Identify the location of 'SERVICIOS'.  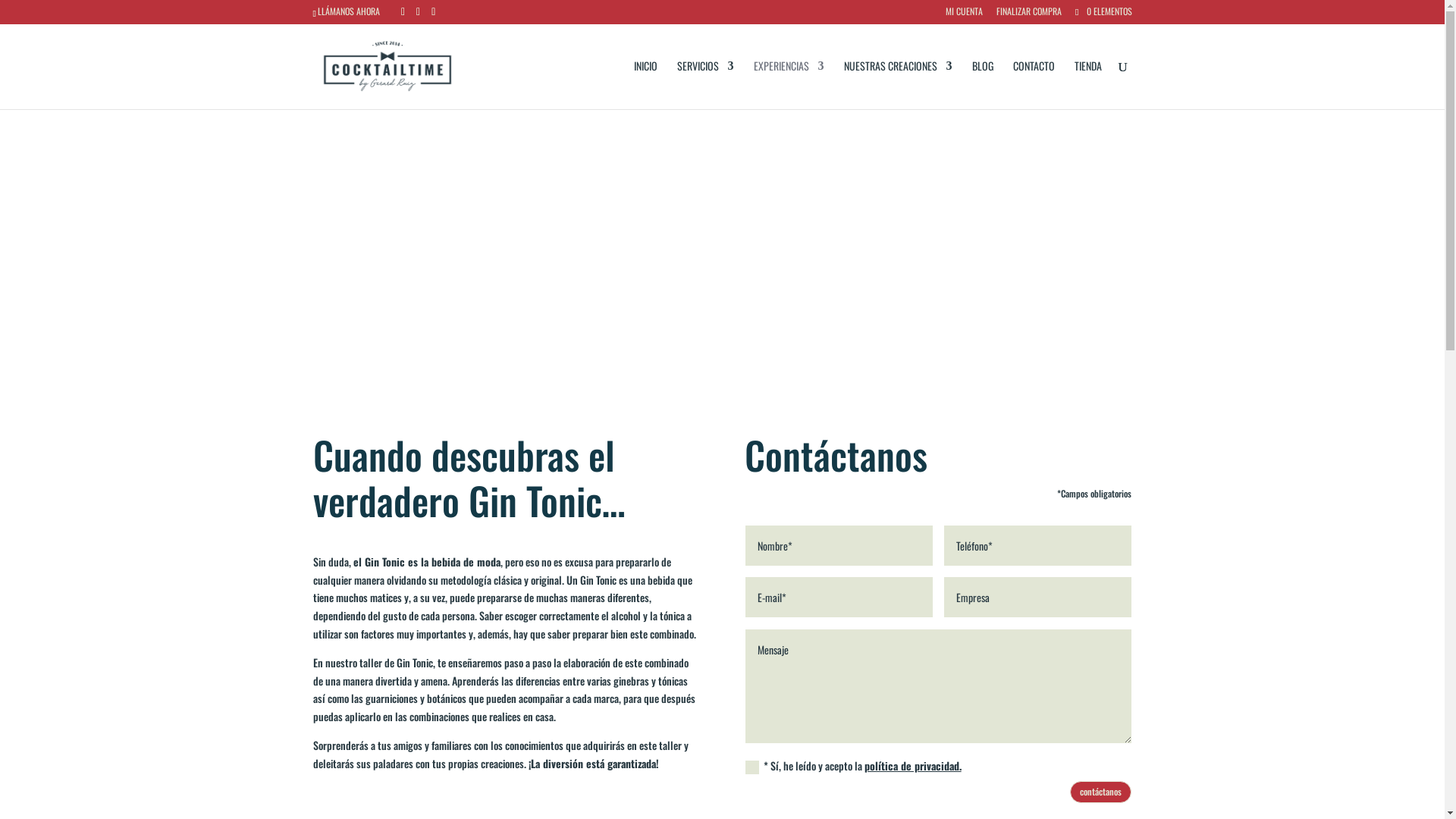
(704, 84).